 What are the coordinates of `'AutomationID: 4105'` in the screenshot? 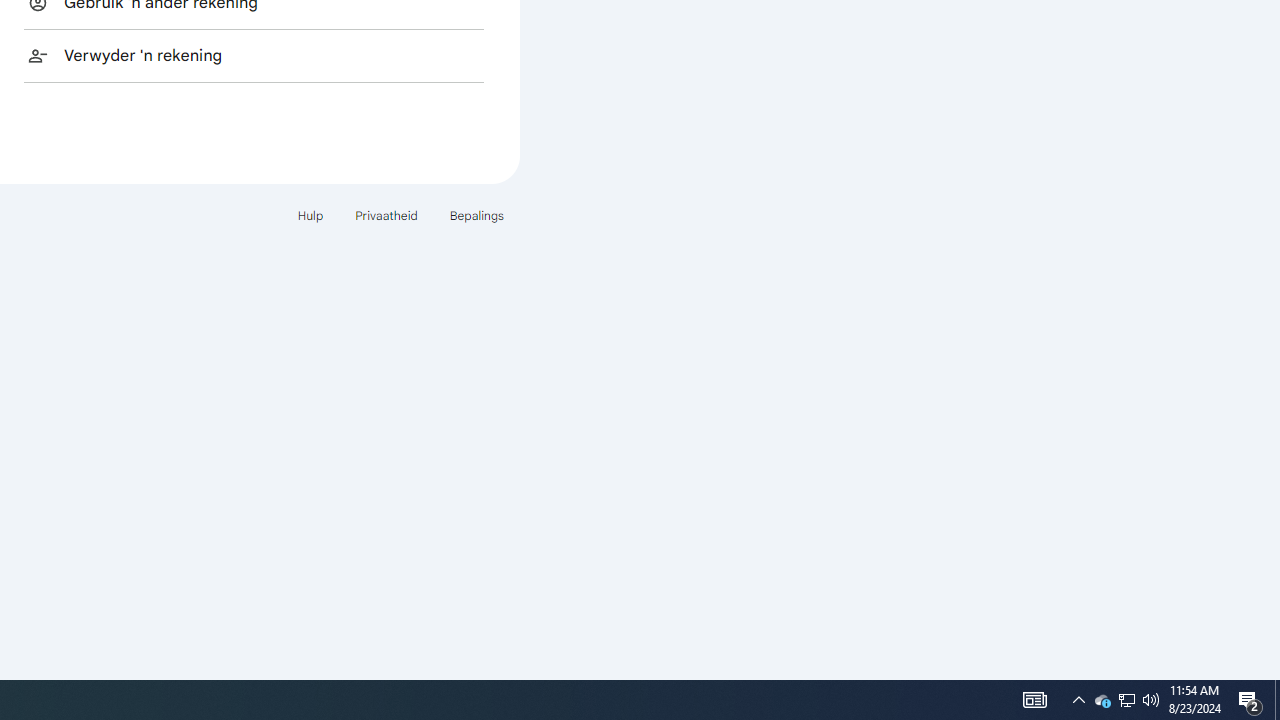 It's located at (1034, 698).